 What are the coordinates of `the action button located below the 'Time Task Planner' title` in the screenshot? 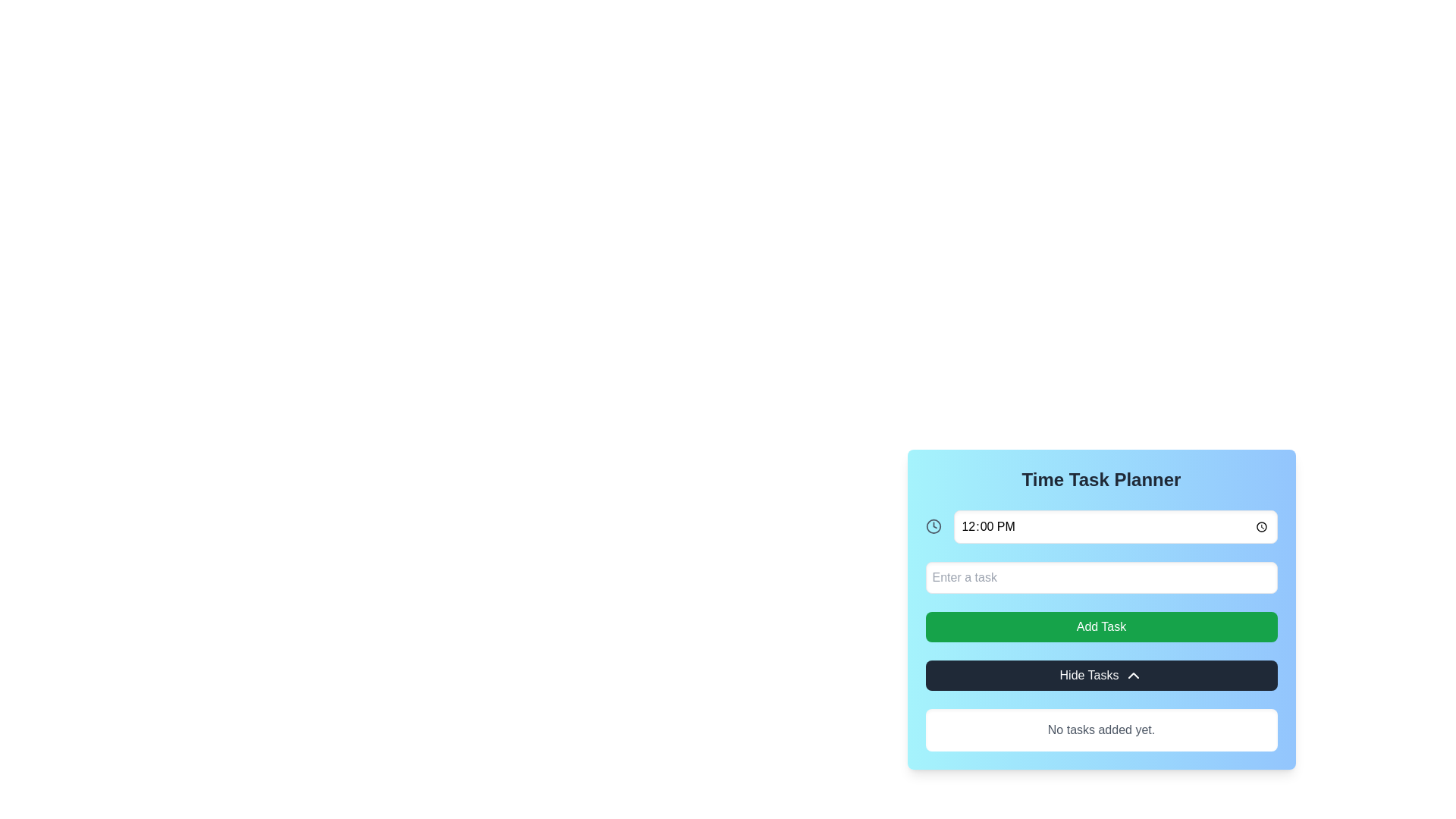 It's located at (1101, 608).